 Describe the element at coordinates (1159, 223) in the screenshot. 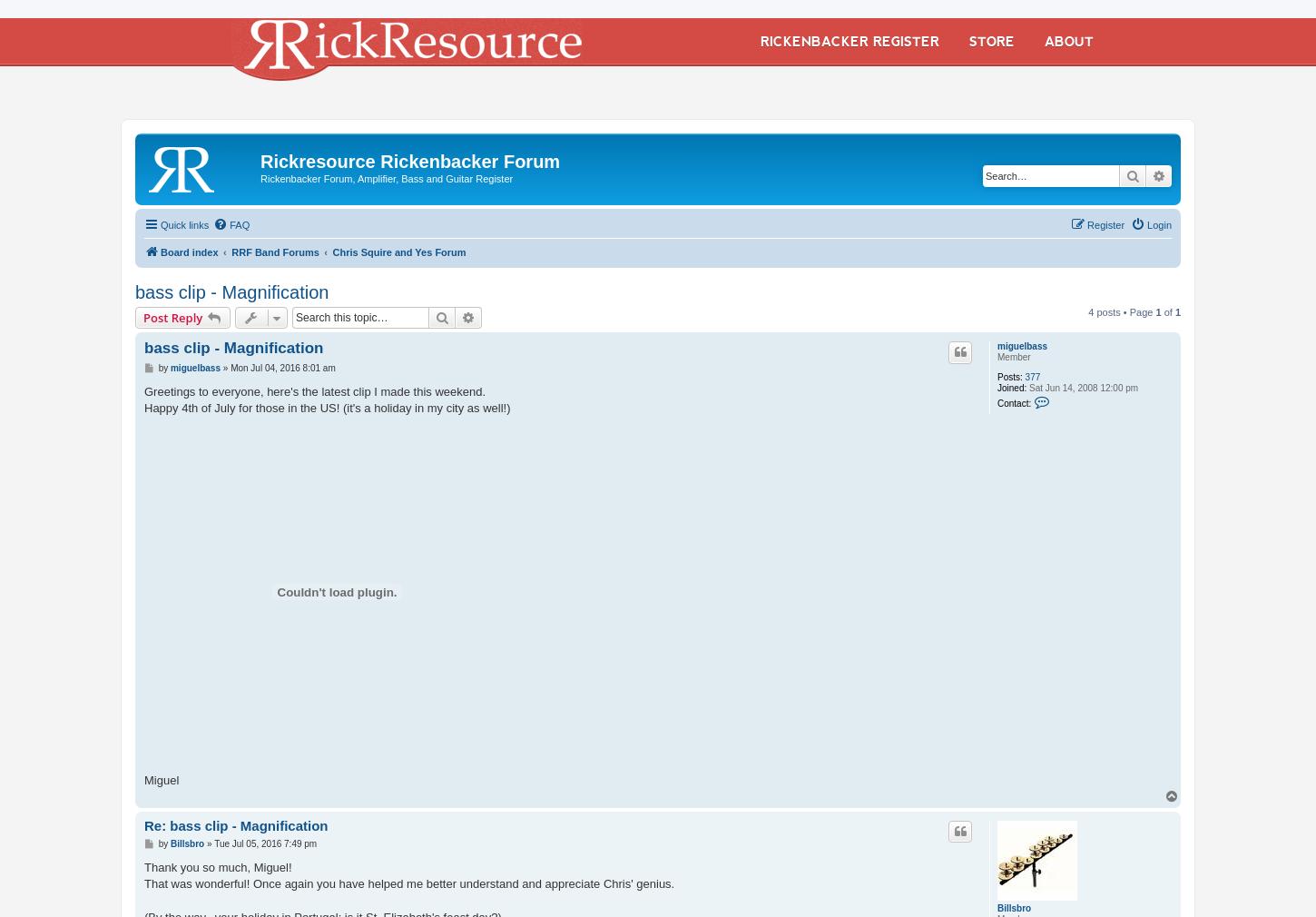

I see `'Login'` at that location.